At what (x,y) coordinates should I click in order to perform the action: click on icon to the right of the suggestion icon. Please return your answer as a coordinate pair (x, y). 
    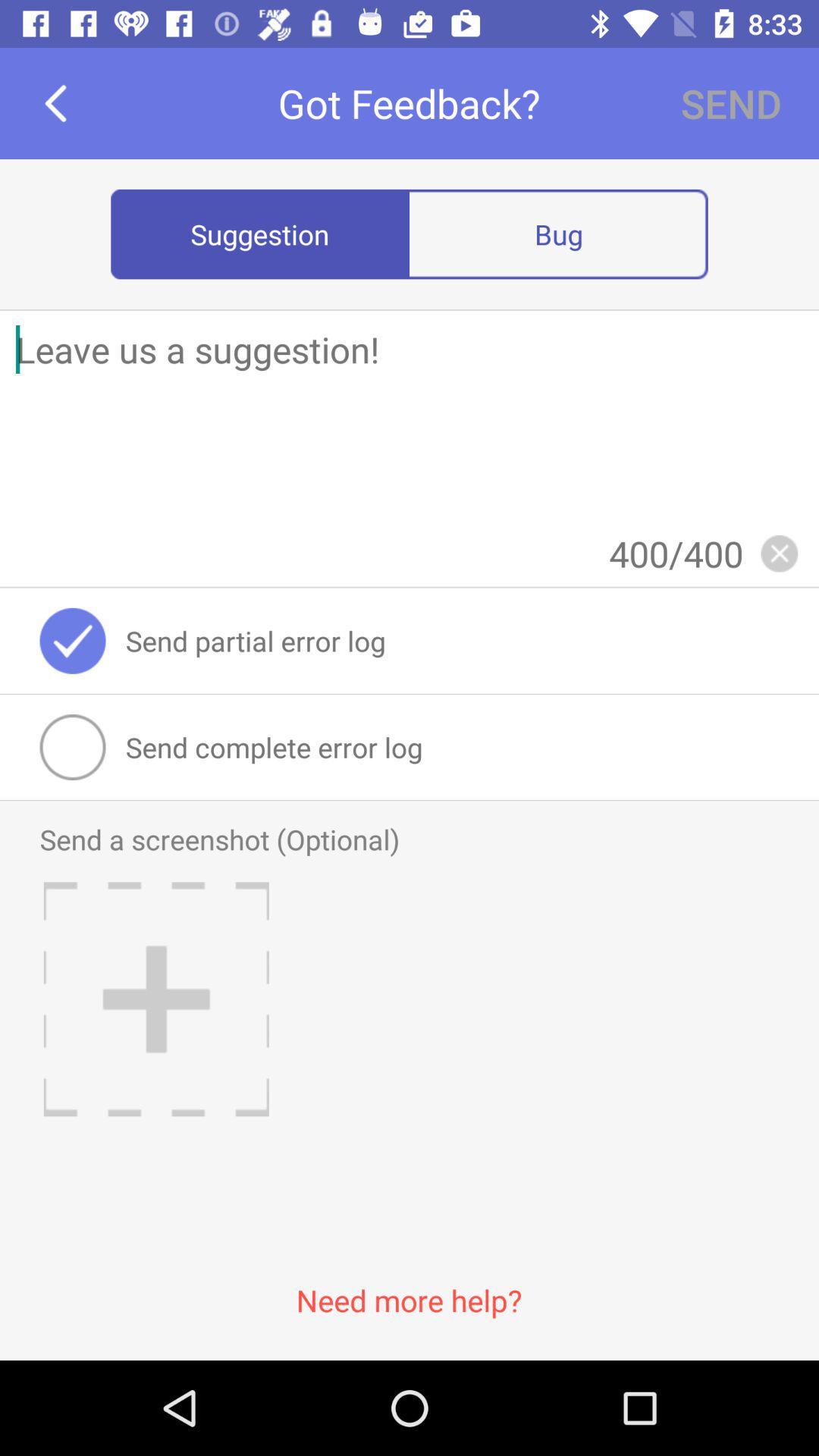
    Looking at the image, I should click on (558, 233).